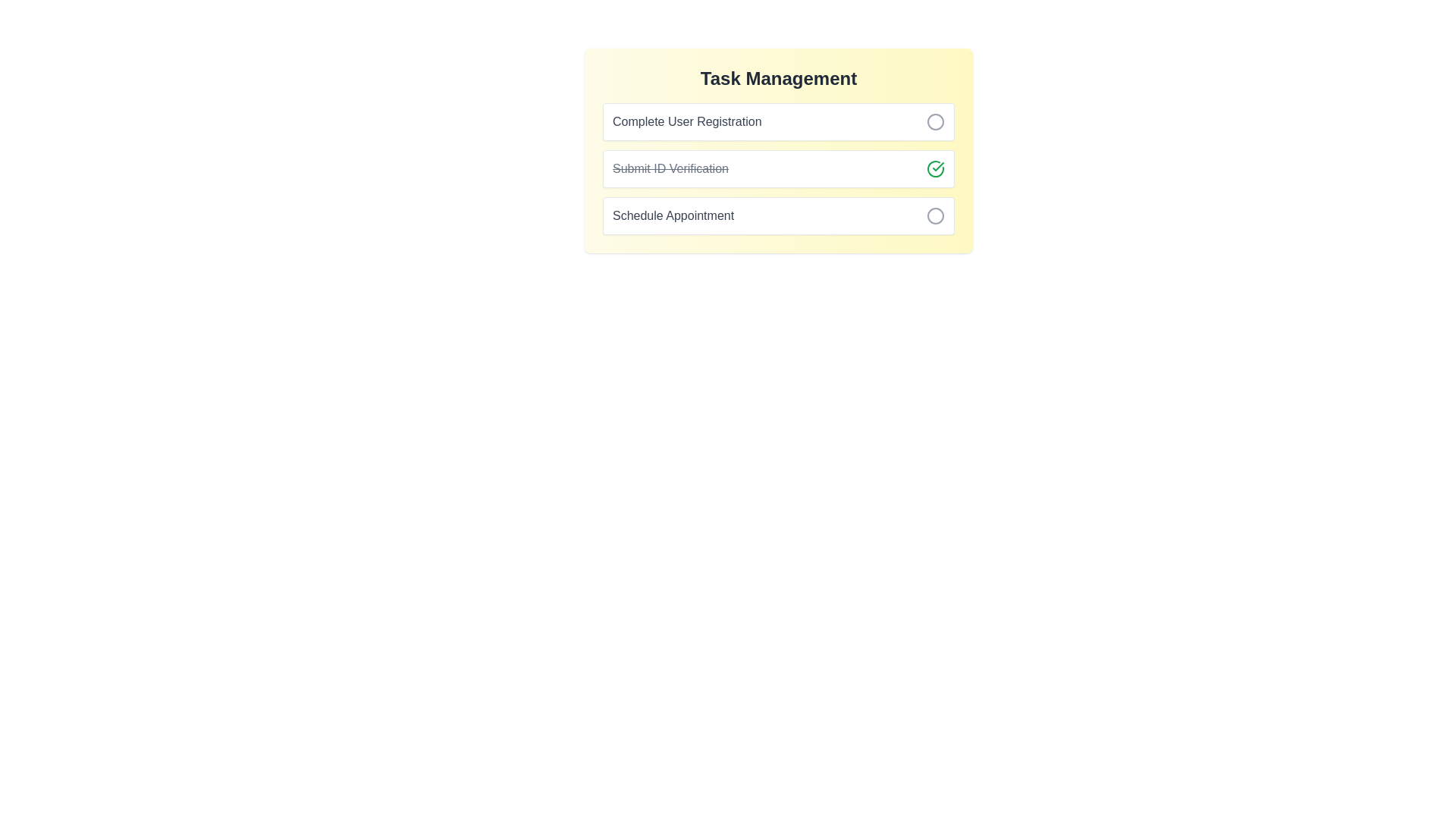 The image size is (1456, 819). Describe the element at coordinates (686, 121) in the screenshot. I see `the static text label indicating the task 'Complete User Registration' located in the first row of the task list under the 'Task Management' header` at that location.